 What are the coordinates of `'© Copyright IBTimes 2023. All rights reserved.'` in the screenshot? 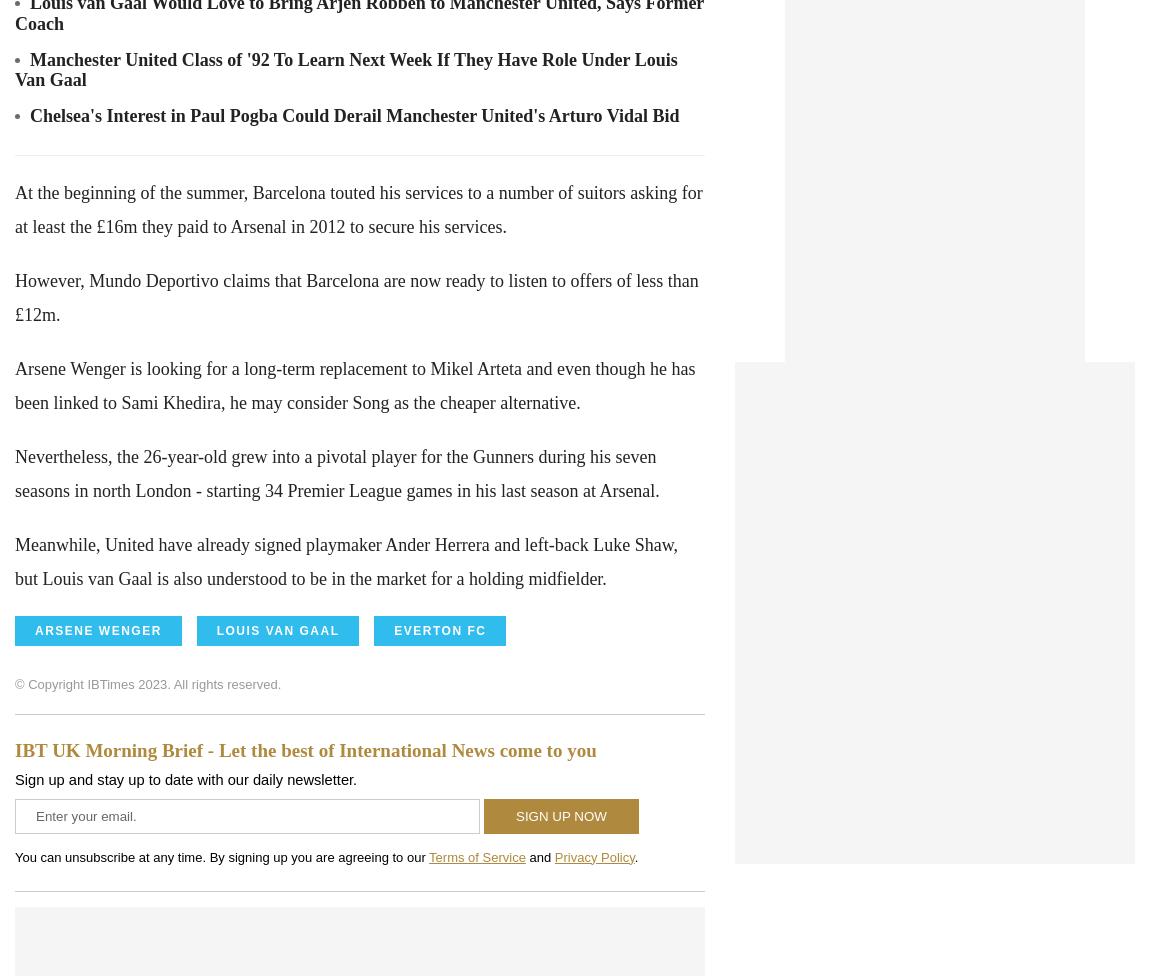 It's located at (13, 682).